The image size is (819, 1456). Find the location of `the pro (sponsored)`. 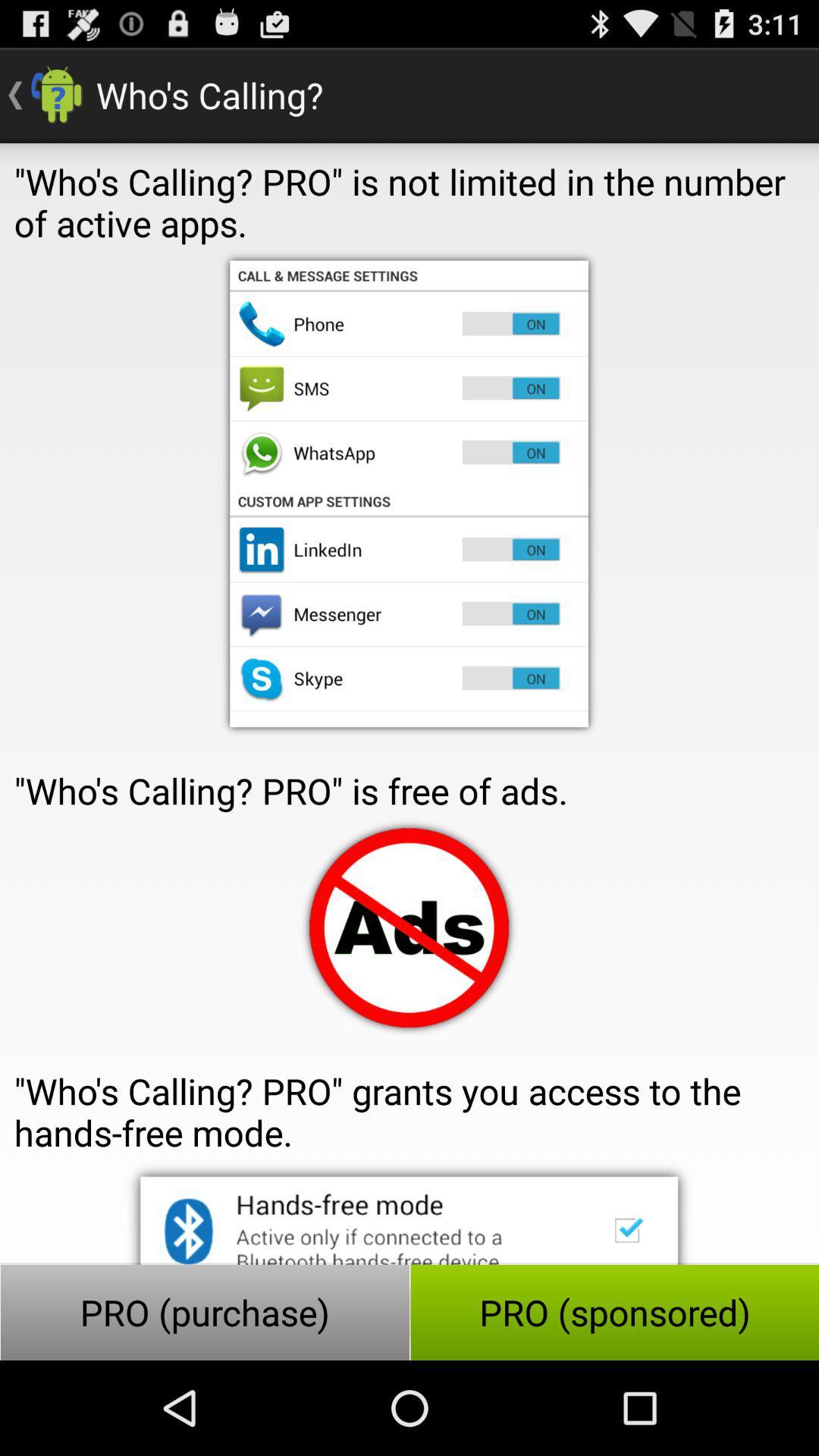

the pro (sponsored) is located at coordinates (614, 1312).